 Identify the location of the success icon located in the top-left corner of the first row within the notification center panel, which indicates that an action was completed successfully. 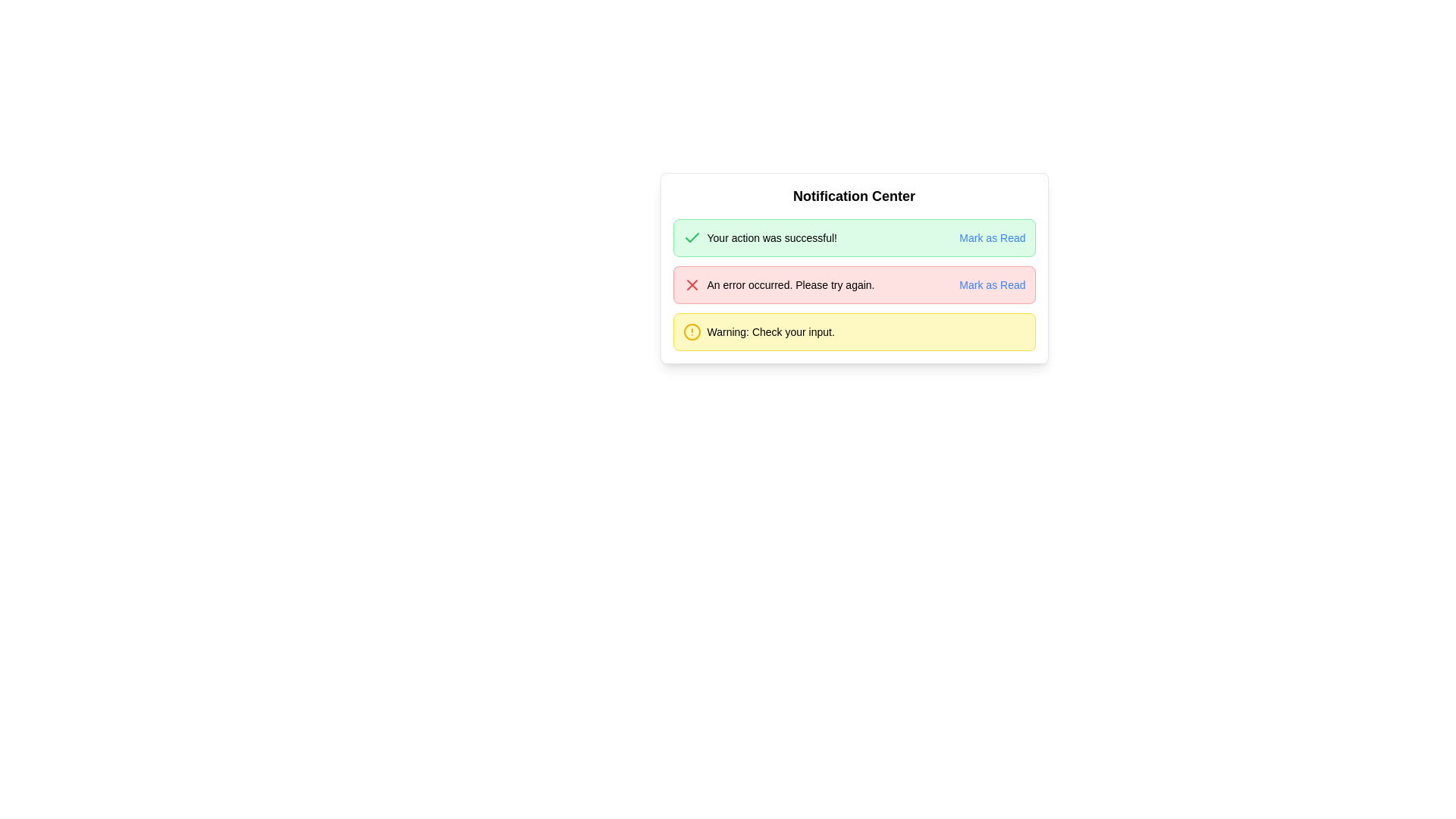
(691, 237).